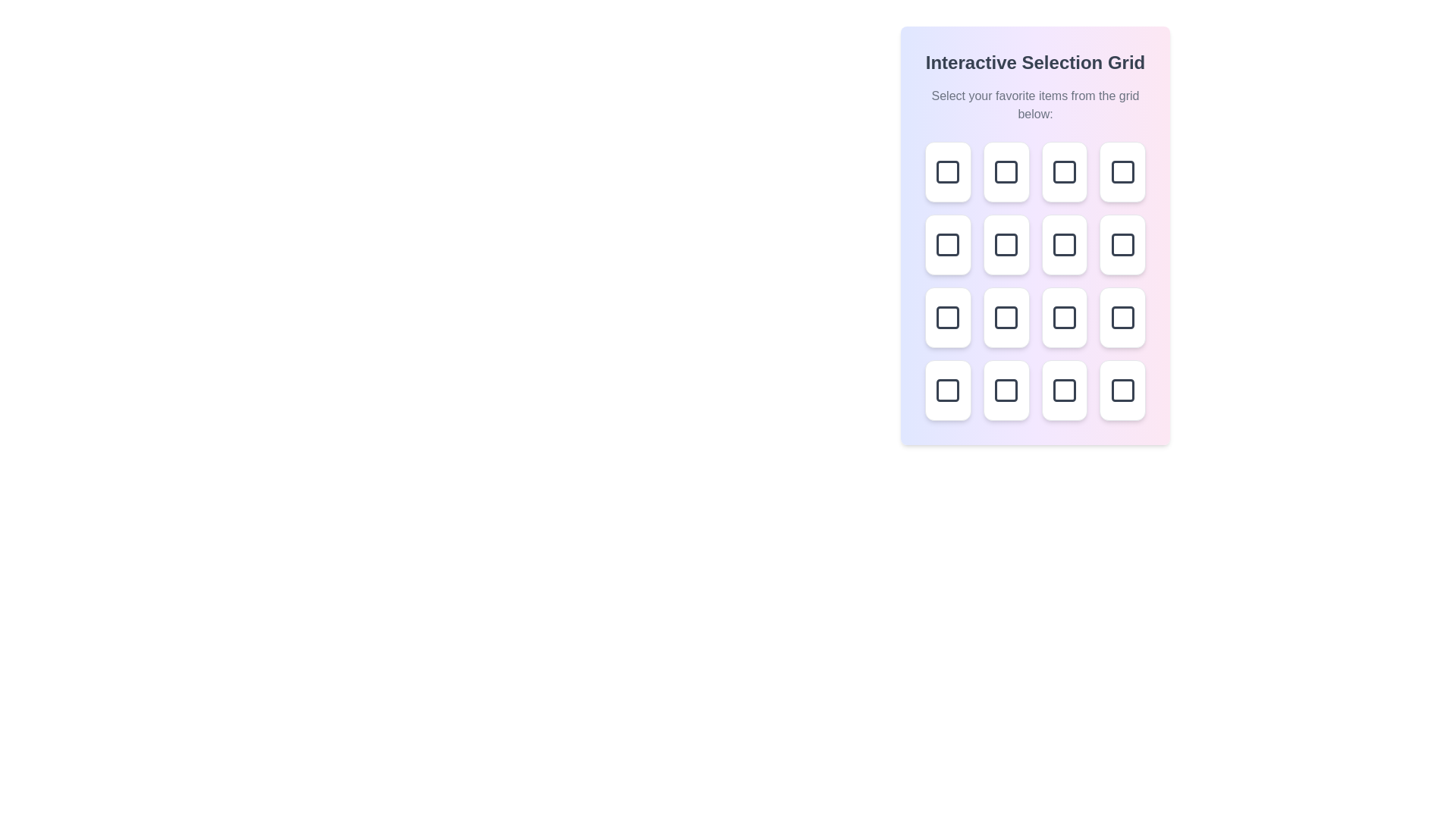 The image size is (1456, 819). What do you see at coordinates (947, 244) in the screenshot?
I see `the decorative square element located in the first column of the second row within a 4x4 grid of non-interactive SVG designs` at bounding box center [947, 244].